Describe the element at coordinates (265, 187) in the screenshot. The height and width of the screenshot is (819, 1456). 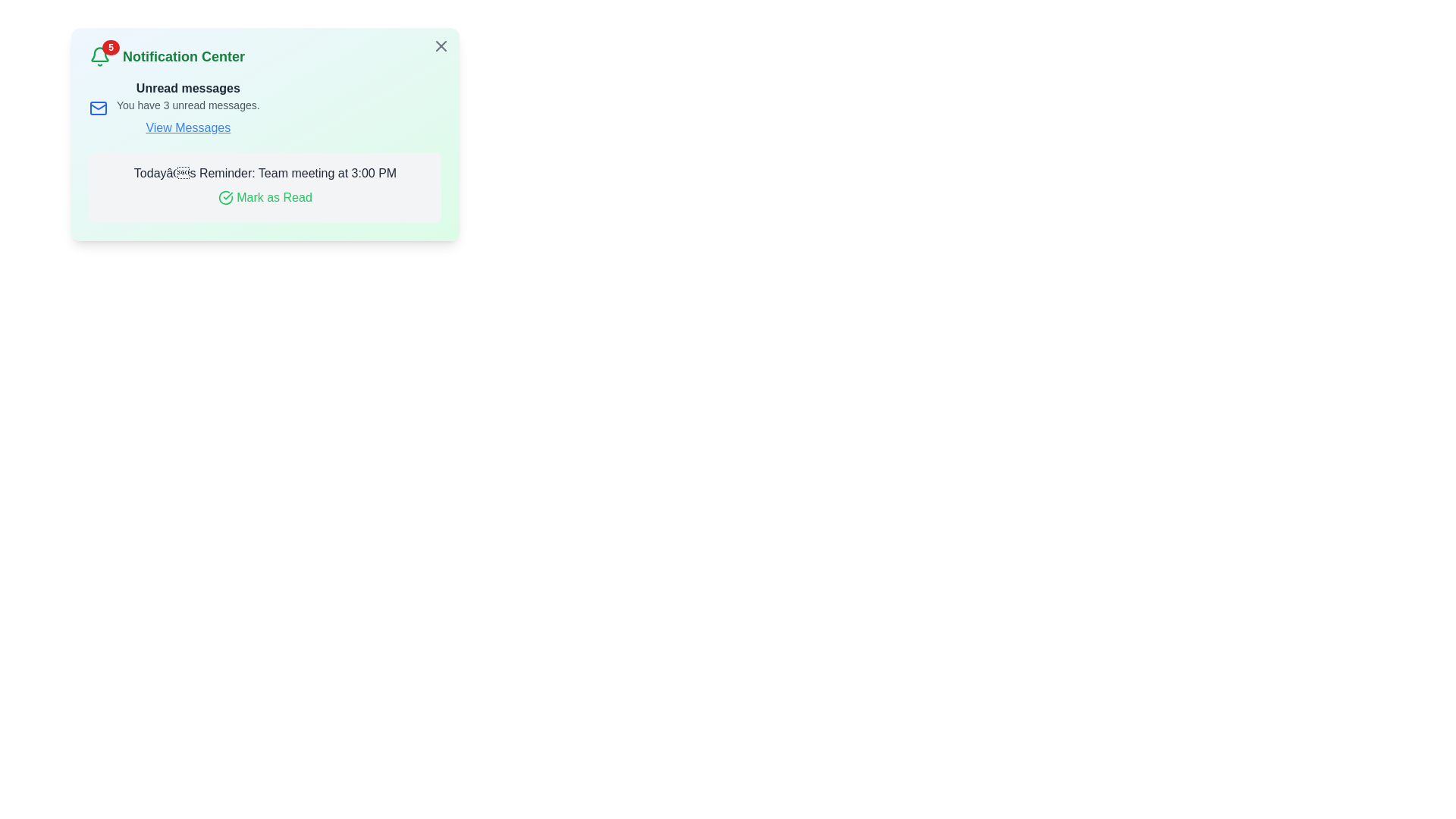
I see `the 'Mark as Read' button on the notification card that informs about a scheduled team meeting, located in the second section below the 'Unread messages' heading` at that location.